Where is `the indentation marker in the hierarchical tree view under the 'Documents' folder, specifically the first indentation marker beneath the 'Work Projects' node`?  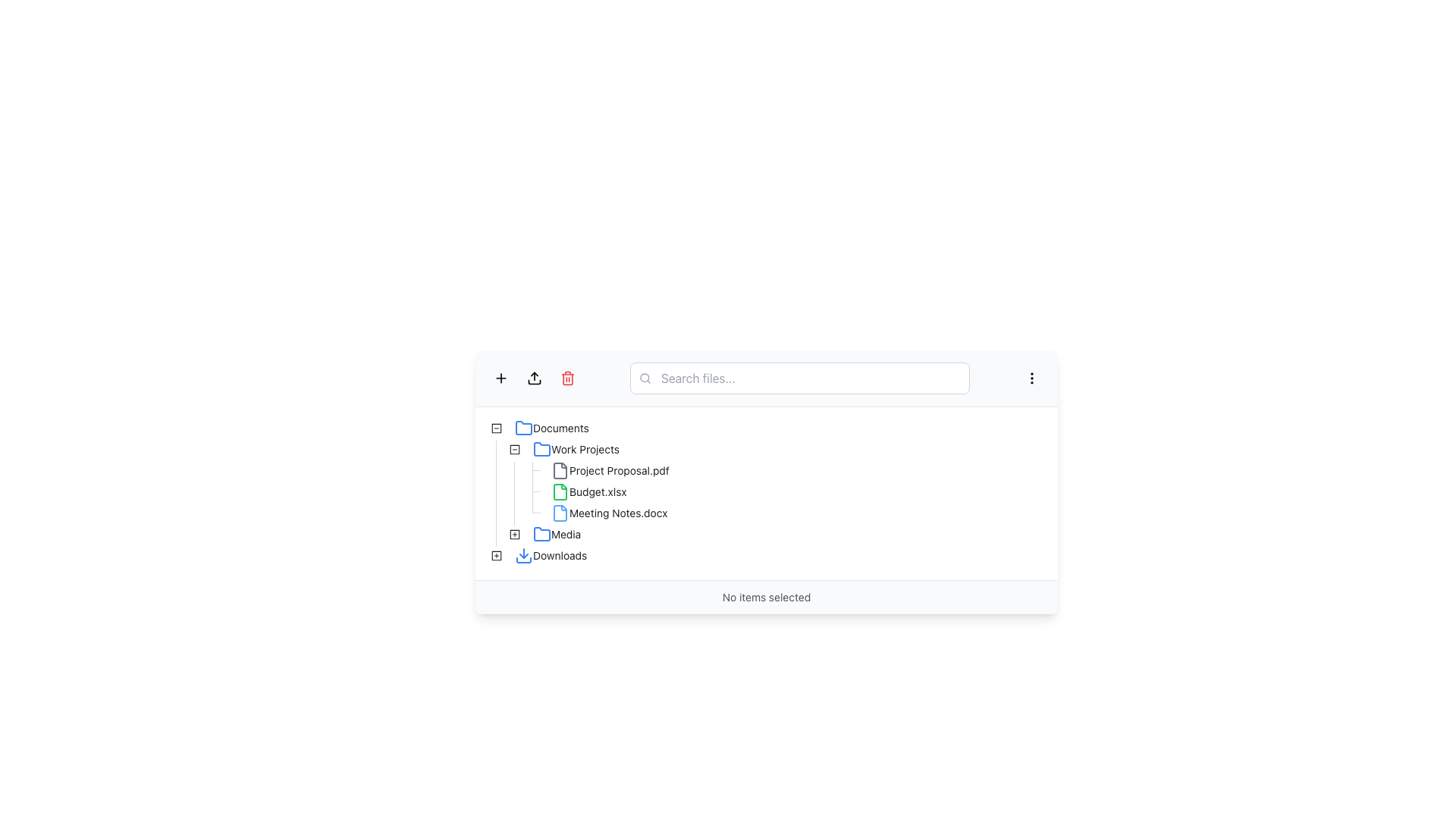 the indentation marker in the hierarchical tree view under the 'Documents' folder, specifically the first indentation marker beneath the 'Work Projects' node is located at coordinates (496, 491).